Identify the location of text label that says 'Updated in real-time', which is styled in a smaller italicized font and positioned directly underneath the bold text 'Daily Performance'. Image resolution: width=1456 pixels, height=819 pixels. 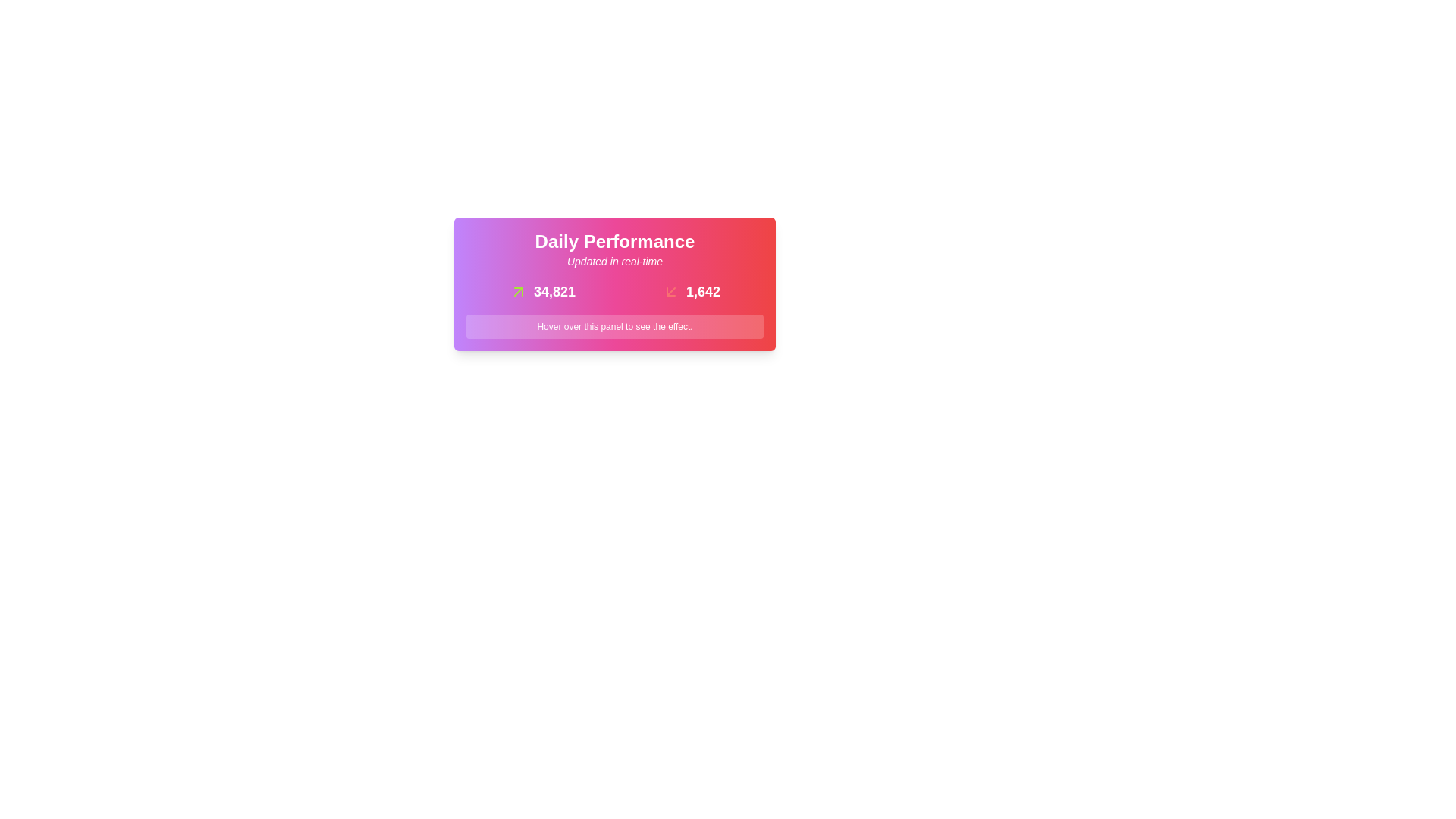
(615, 260).